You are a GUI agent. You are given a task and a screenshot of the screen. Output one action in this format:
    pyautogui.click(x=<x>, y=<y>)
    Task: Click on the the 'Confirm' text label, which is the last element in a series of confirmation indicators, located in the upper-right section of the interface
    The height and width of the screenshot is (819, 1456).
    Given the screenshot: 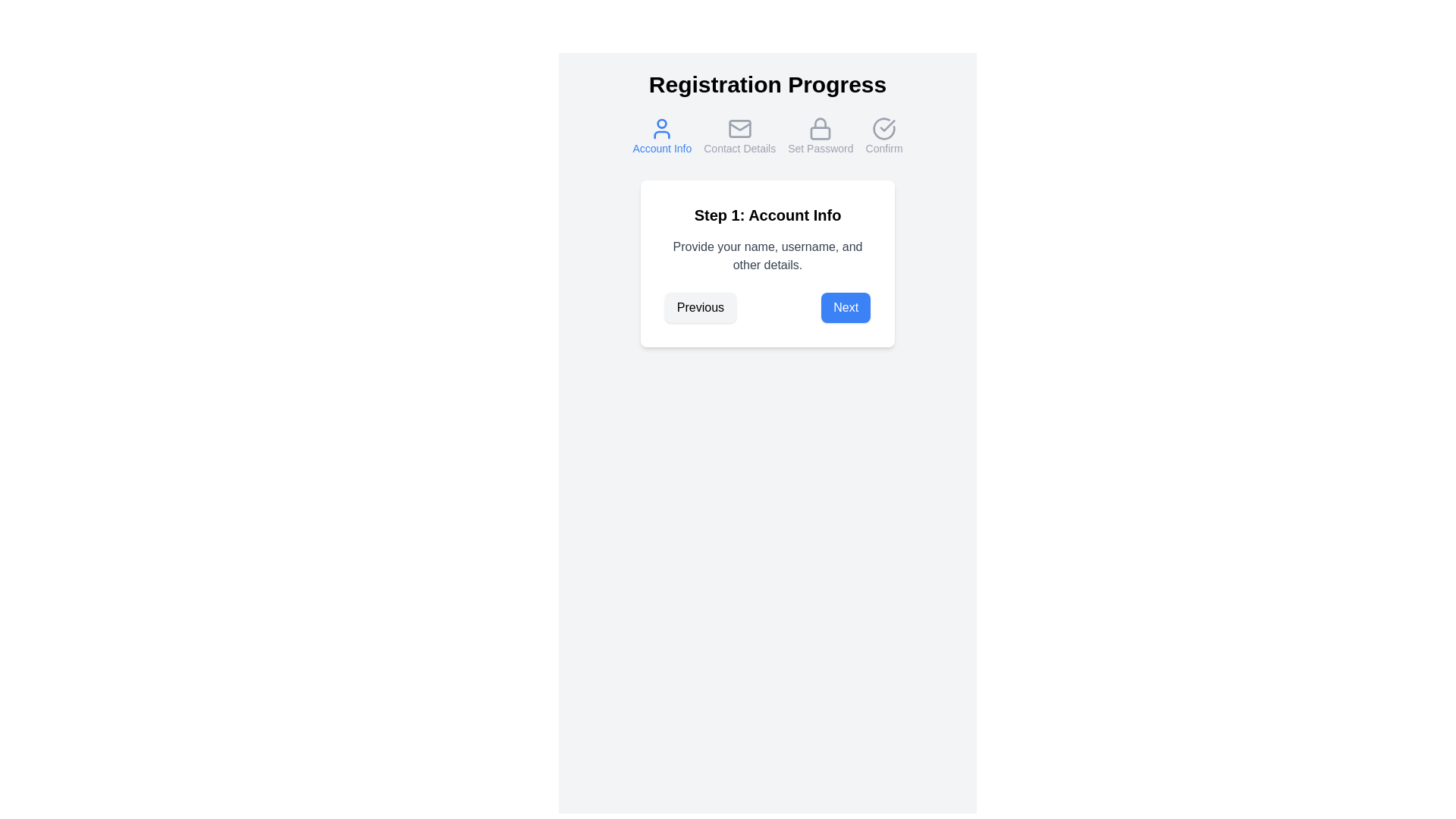 What is the action you would take?
    pyautogui.click(x=884, y=149)
    